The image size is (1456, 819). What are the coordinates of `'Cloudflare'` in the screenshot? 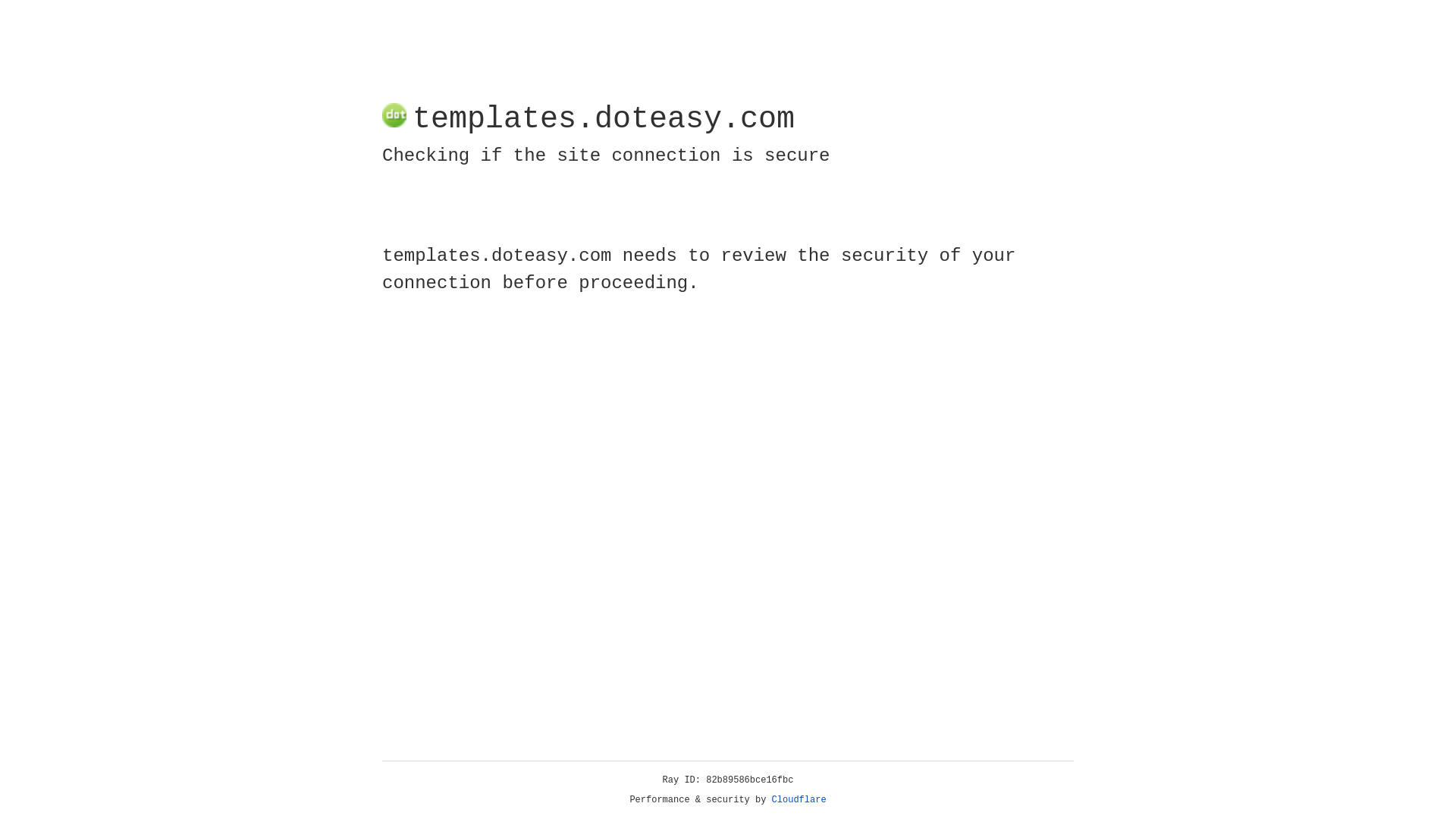 It's located at (799, 799).